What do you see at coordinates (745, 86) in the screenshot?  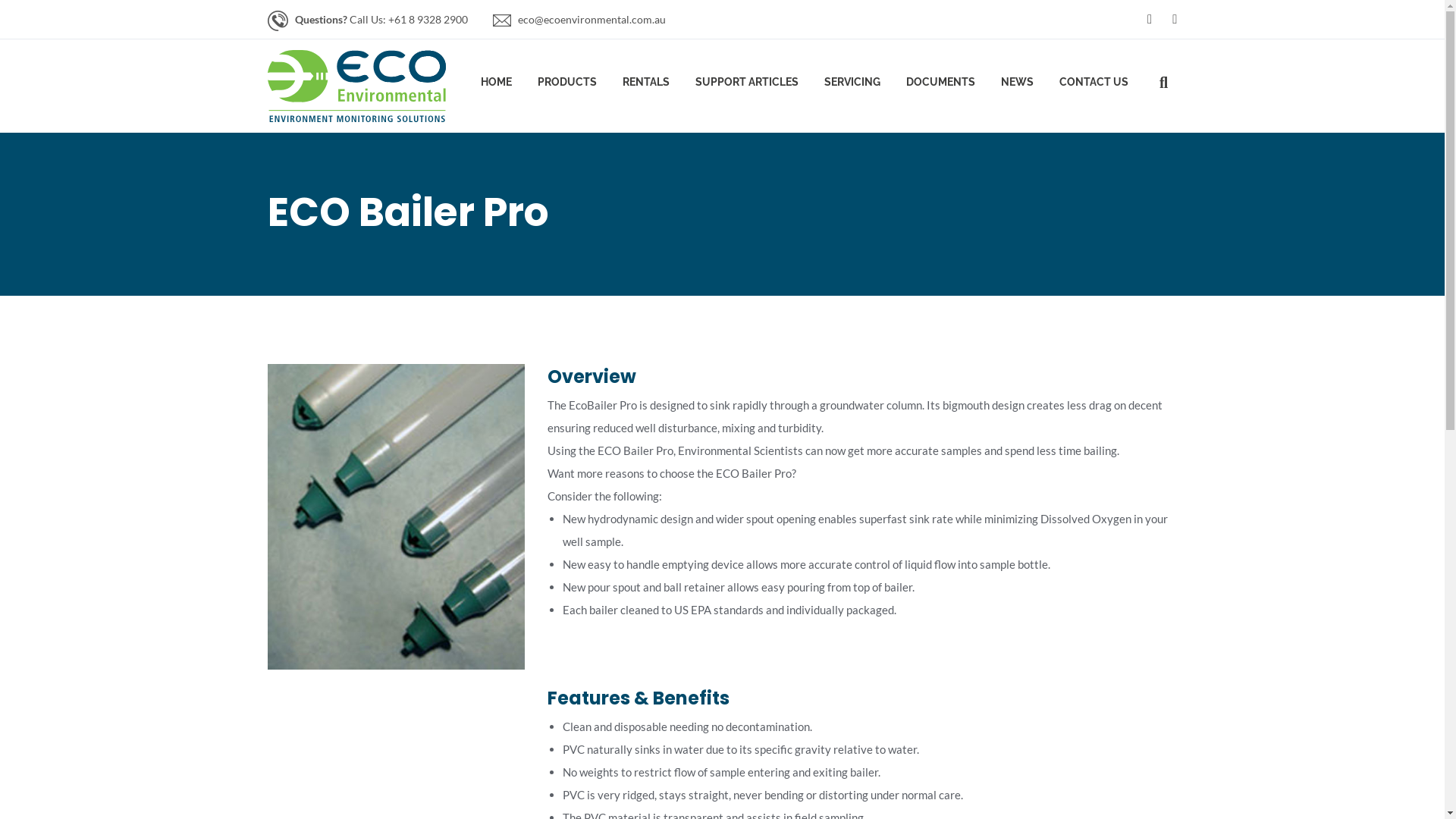 I see `'SUPPORT ARTICLES'` at bounding box center [745, 86].